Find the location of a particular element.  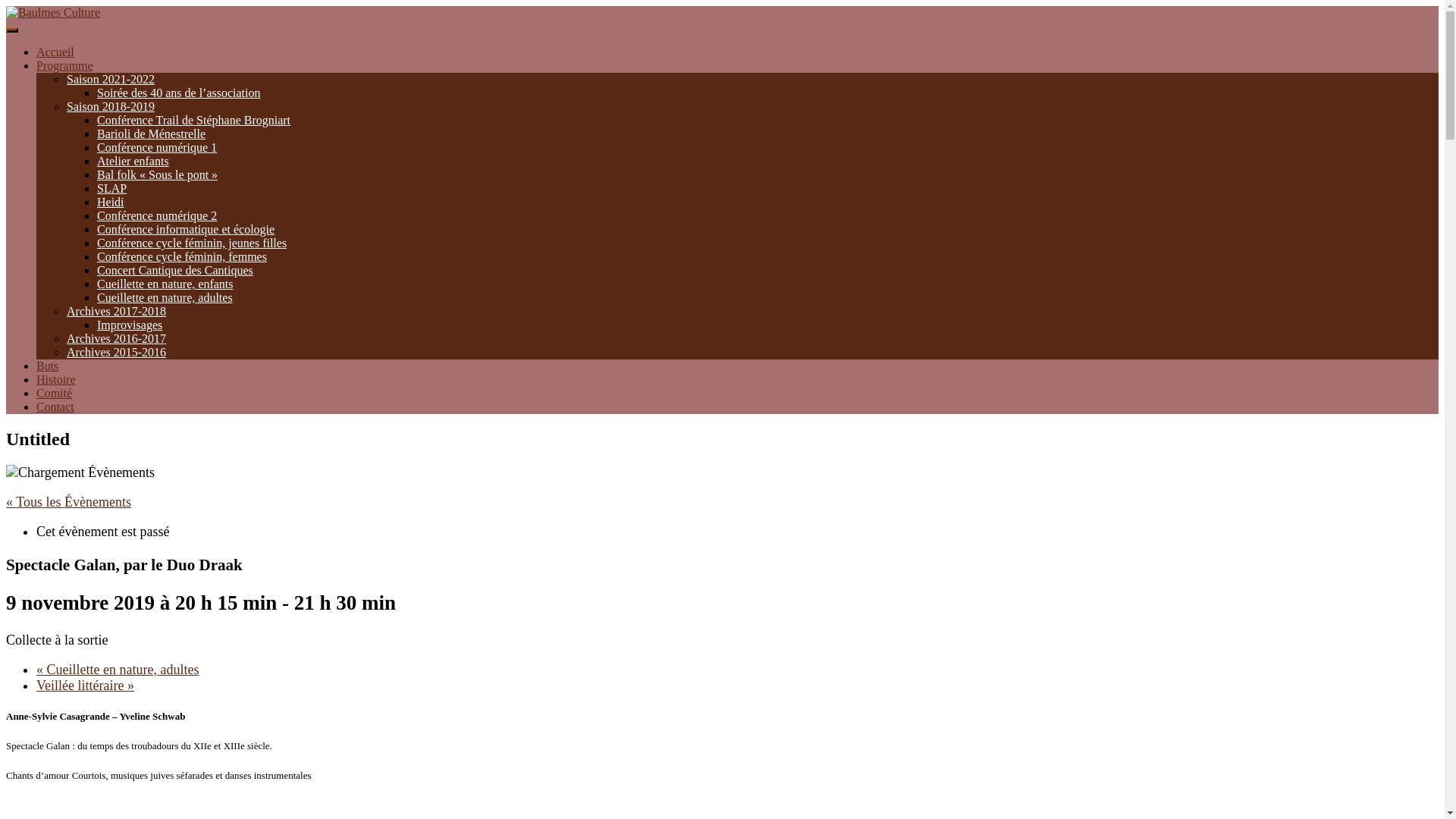

'Programme' is located at coordinates (64, 64).